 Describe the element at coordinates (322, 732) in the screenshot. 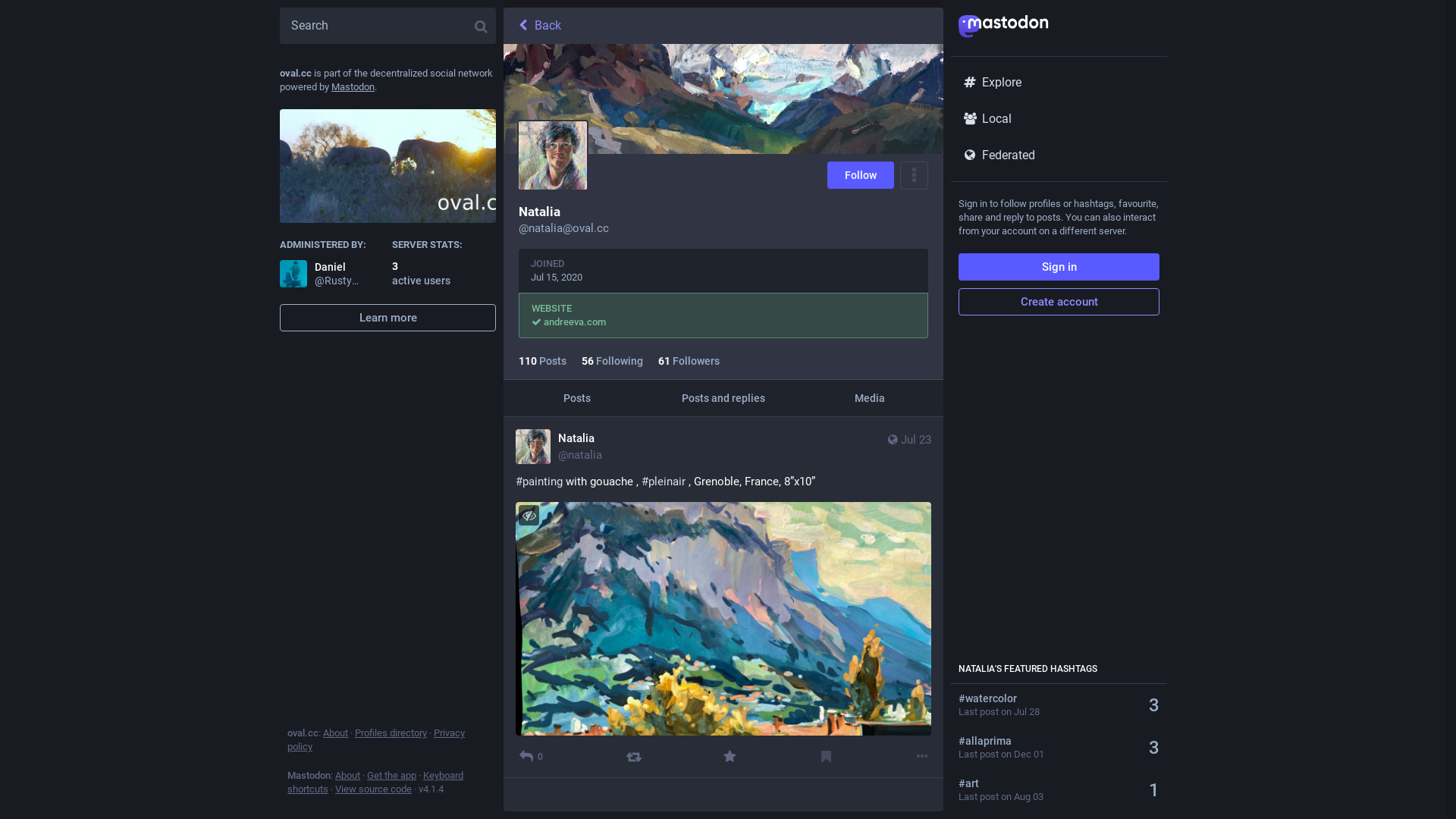

I see `'About'` at that location.